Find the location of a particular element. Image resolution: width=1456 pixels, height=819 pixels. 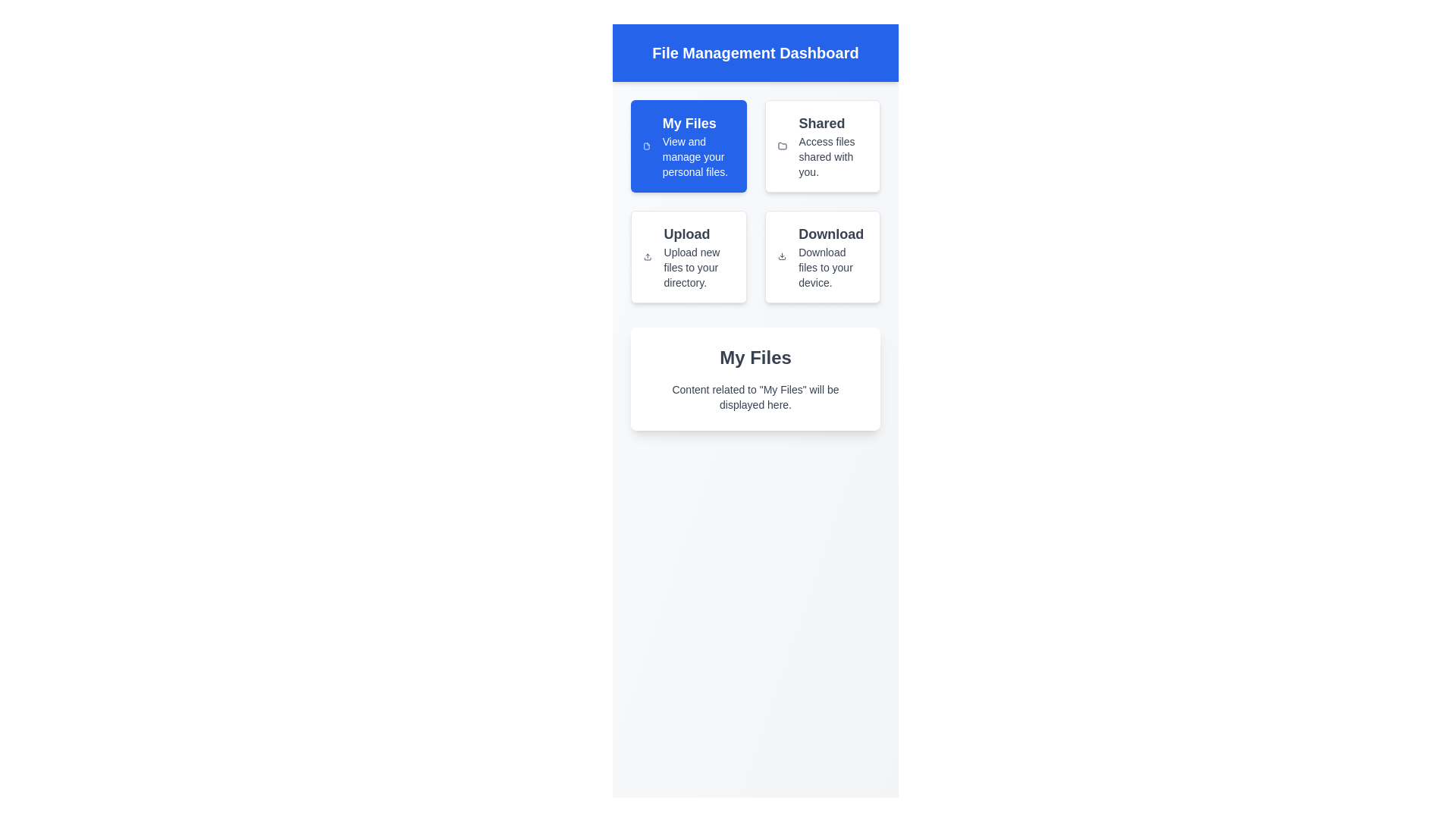

the Text Label that indicates the purpose of the card related to shared files, located at the top row, second column of the grid layout is located at coordinates (832, 122).